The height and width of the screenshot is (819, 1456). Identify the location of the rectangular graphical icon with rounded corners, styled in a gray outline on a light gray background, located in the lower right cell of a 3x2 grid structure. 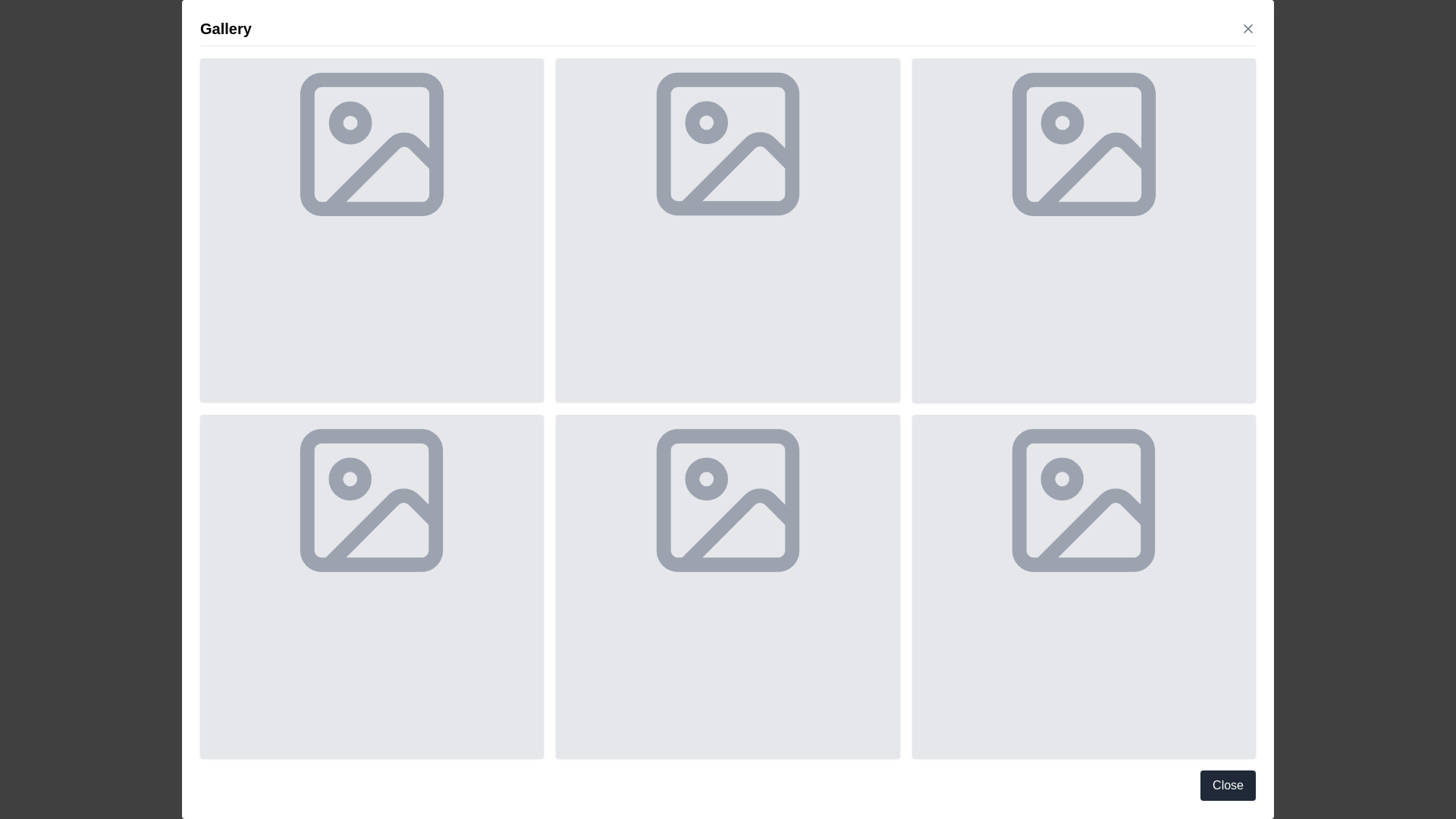
(1083, 500).